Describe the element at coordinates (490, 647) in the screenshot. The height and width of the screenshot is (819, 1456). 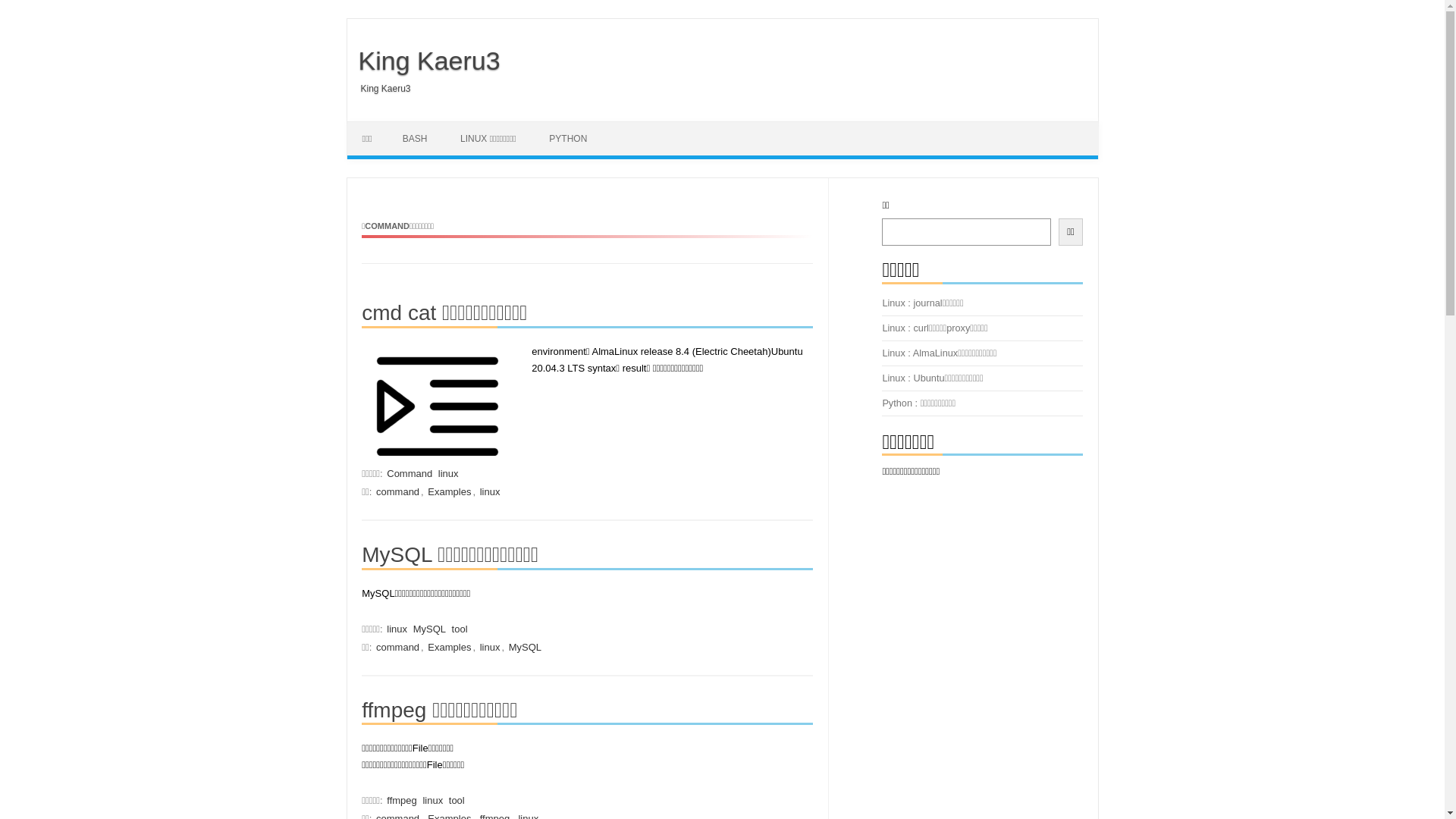
I see `'linux'` at that location.